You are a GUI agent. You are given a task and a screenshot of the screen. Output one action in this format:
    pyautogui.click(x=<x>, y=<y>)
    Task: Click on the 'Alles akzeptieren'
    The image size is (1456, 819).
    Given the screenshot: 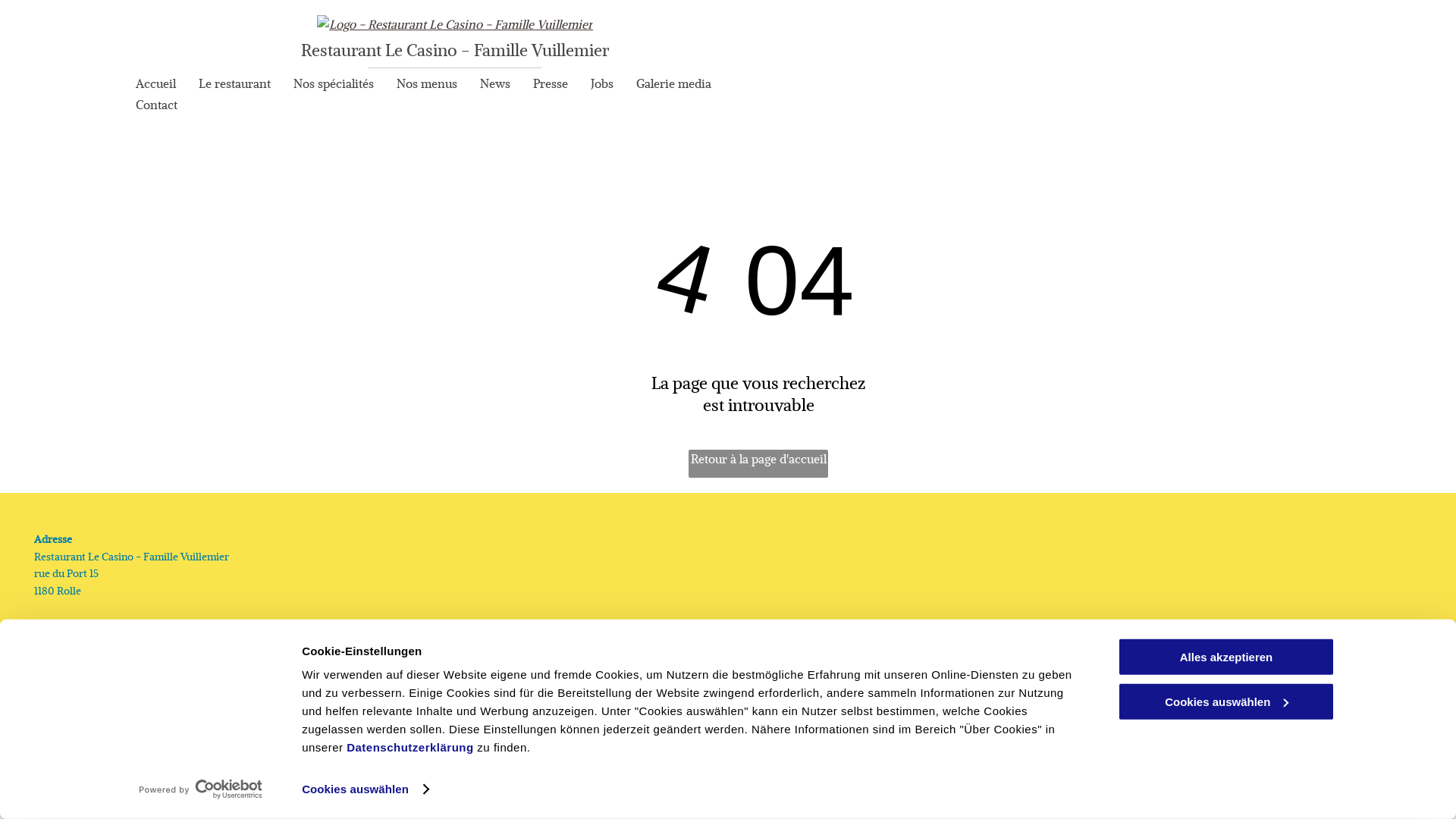 What is the action you would take?
    pyautogui.click(x=1226, y=656)
    